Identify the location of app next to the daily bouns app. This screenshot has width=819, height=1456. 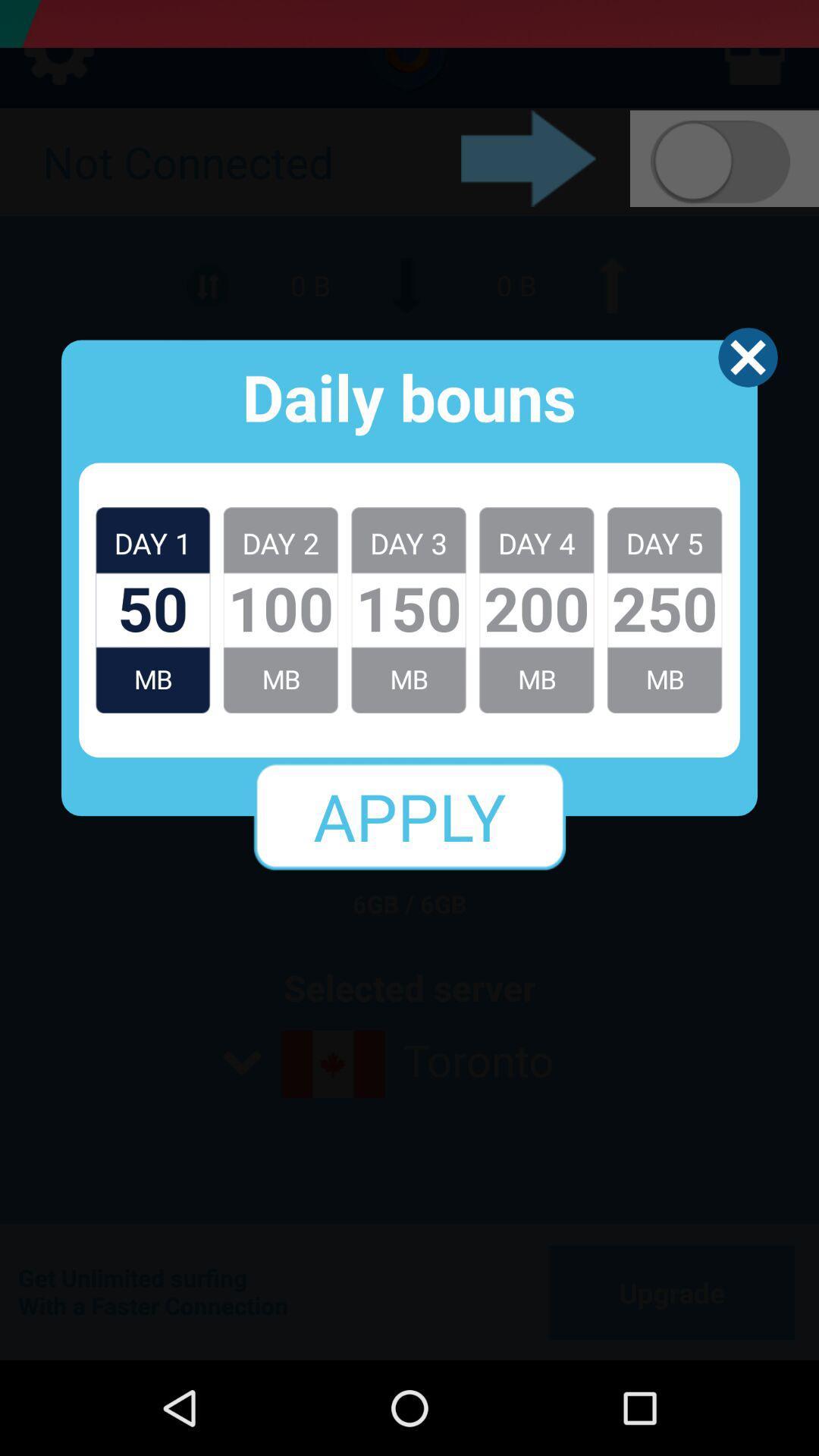
(747, 356).